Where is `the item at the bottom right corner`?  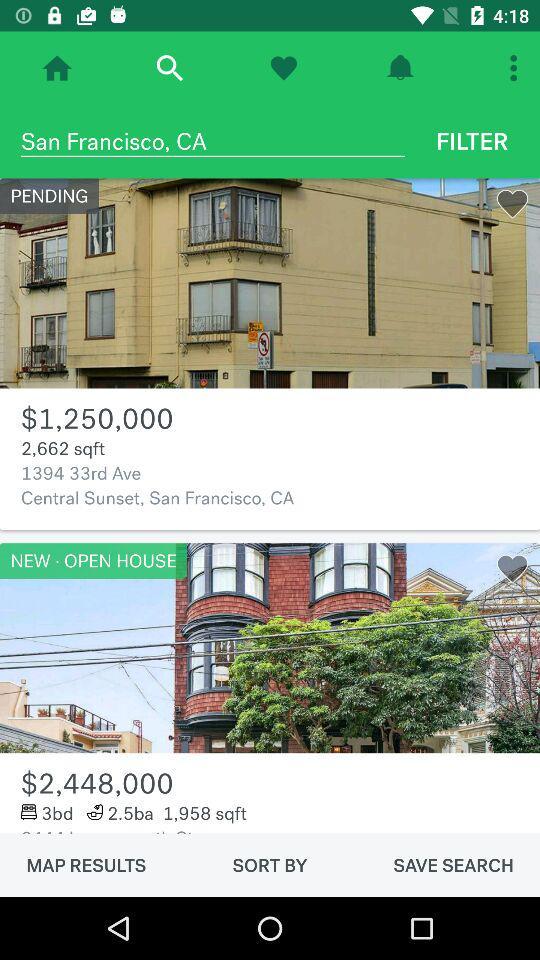
the item at the bottom right corner is located at coordinates (453, 864).